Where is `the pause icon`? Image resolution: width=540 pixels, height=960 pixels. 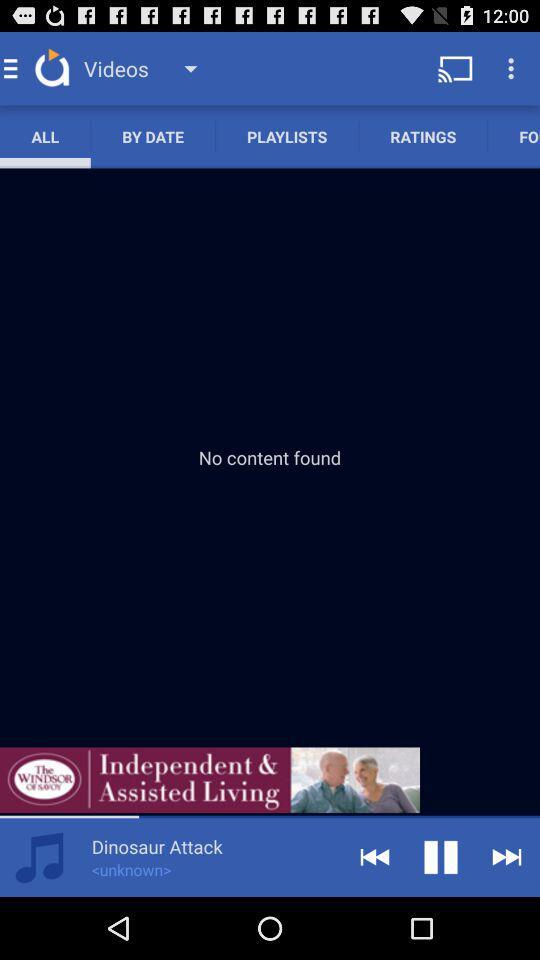
the pause icon is located at coordinates (441, 917).